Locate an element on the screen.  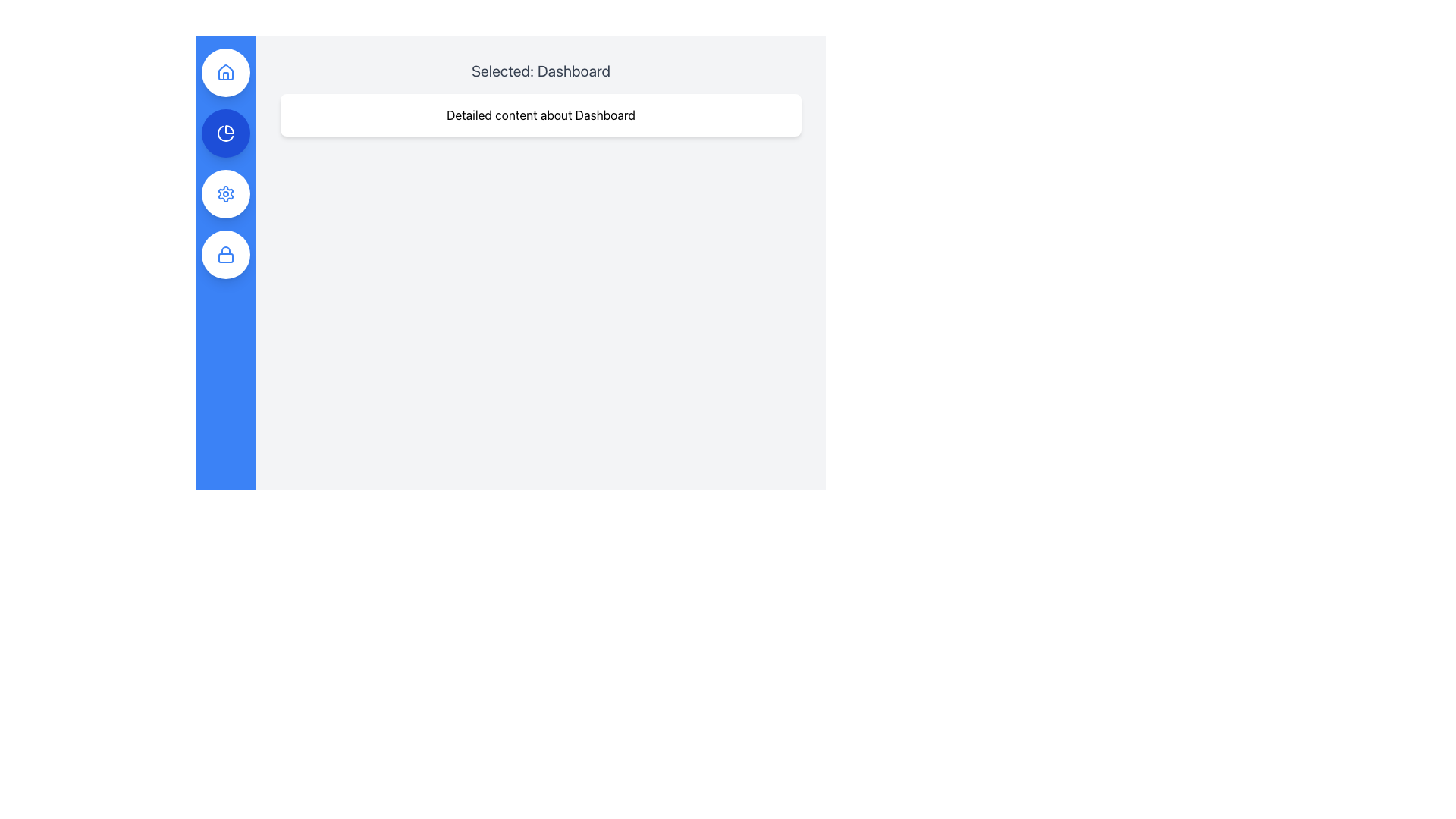
the semi-circular segment of the pie chart icon located in the navigation bar, specifically the second button from the top, which is surrounded by a blue background is located at coordinates (228, 129).